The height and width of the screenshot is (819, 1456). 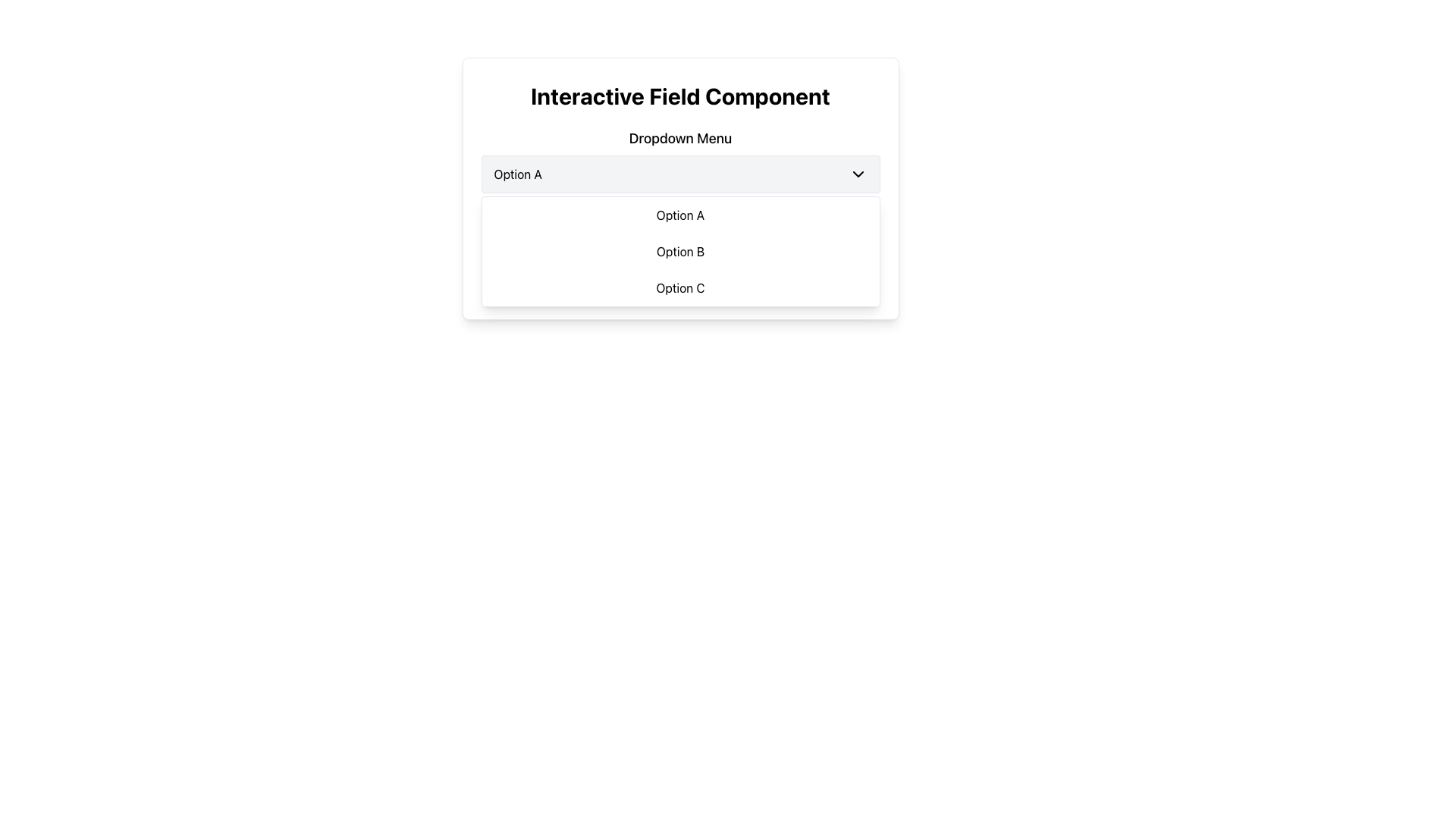 I want to click on the rectangular button labeled 'Option C' in the dropdown menu, so click(x=679, y=288).